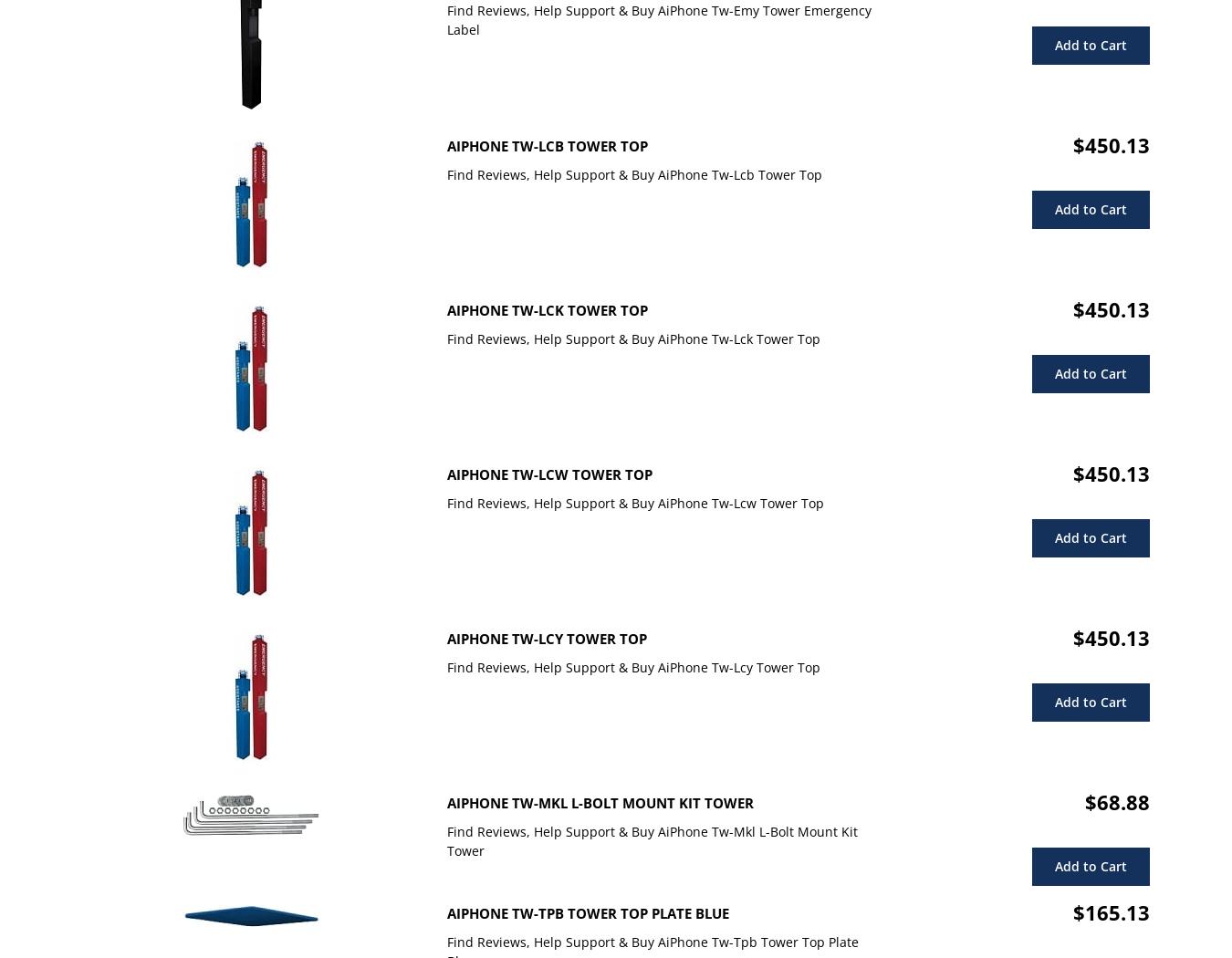 Image resolution: width=1232 pixels, height=958 pixels. Describe the element at coordinates (651, 841) in the screenshot. I see `'Find Reviews, Help Support & Buy AiPhone Tw-Mkl L-Bolt Mount Kit Tower'` at that location.